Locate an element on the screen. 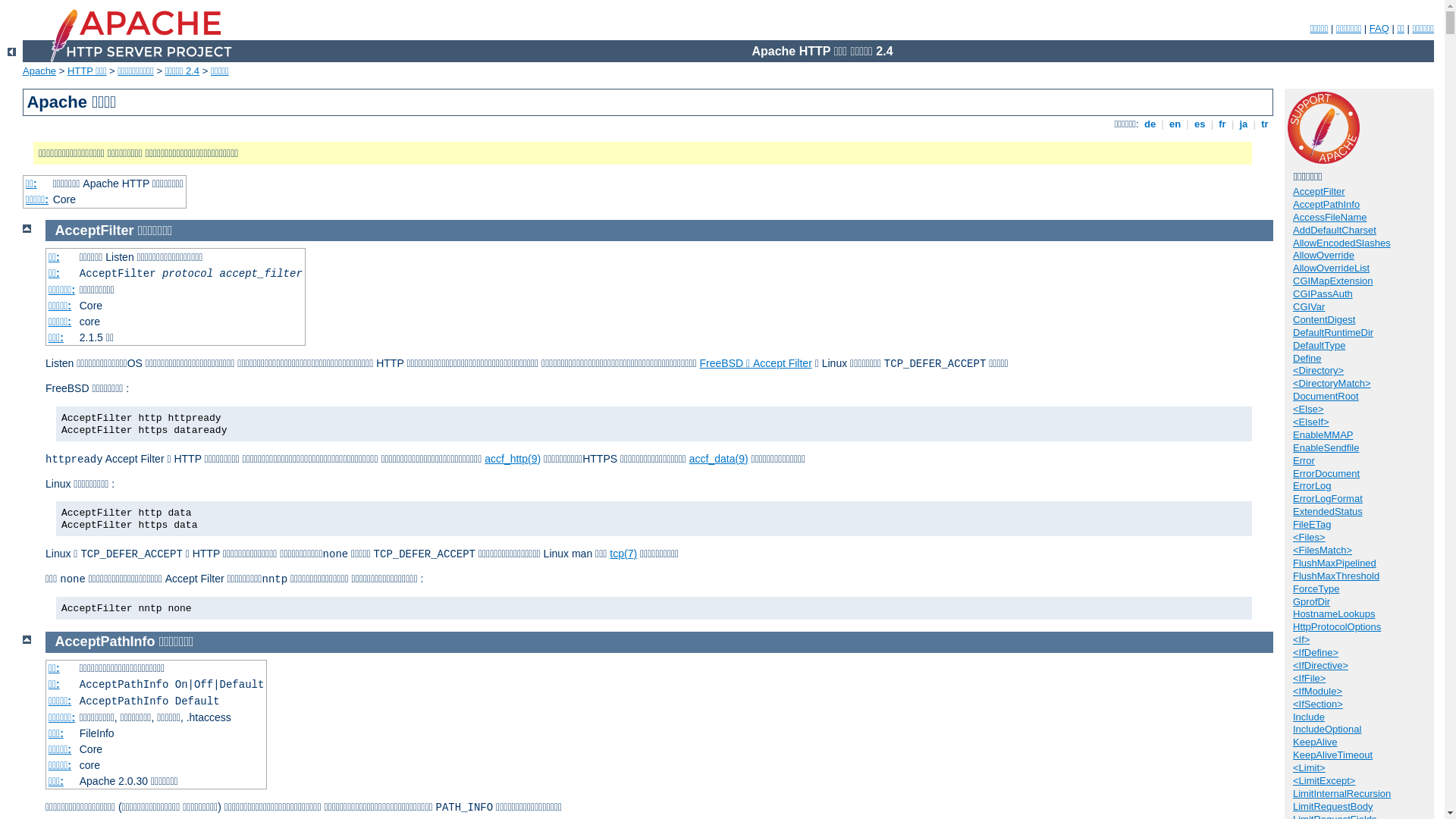 The image size is (1456, 819). 'ErrorDocument' is located at coordinates (1325, 472).